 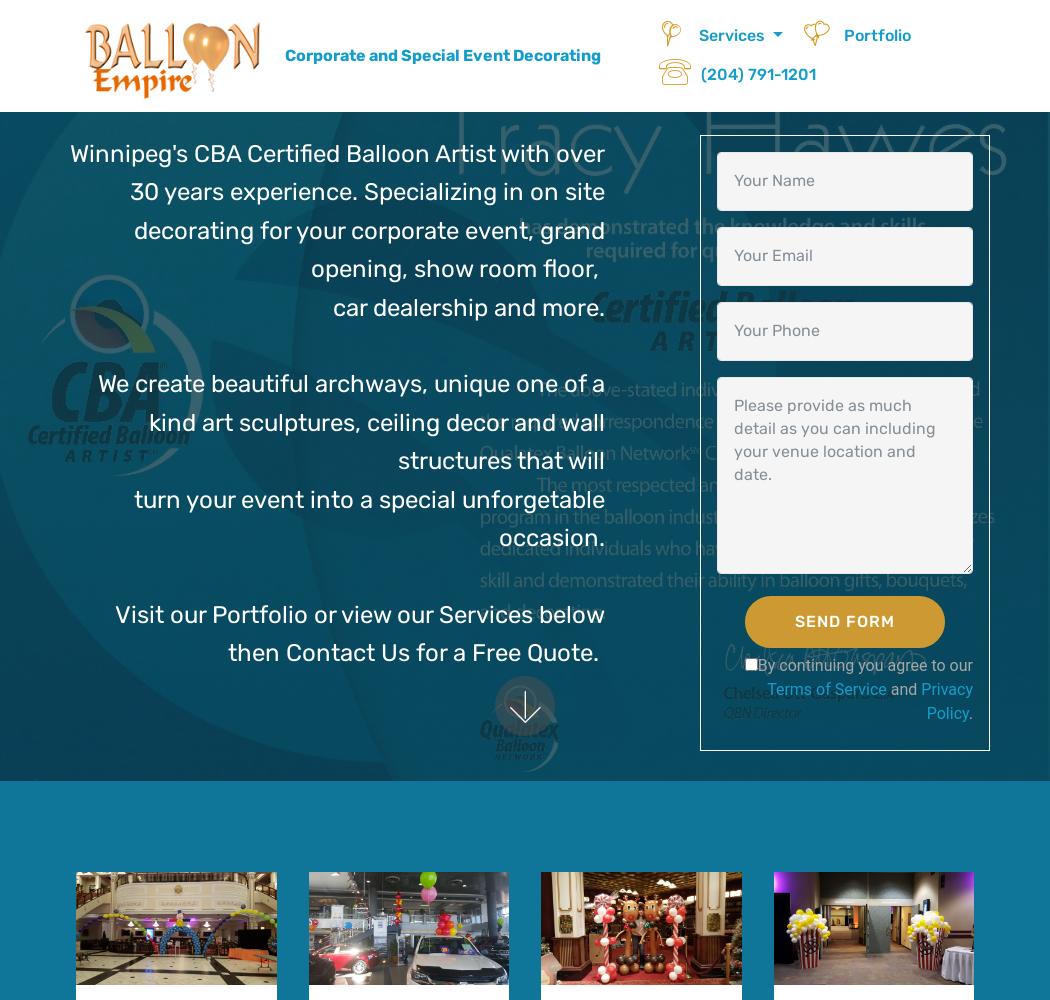 What do you see at coordinates (757, 665) in the screenshot?
I see `'By continuing you agree to our'` at bounding box center [757, 665].